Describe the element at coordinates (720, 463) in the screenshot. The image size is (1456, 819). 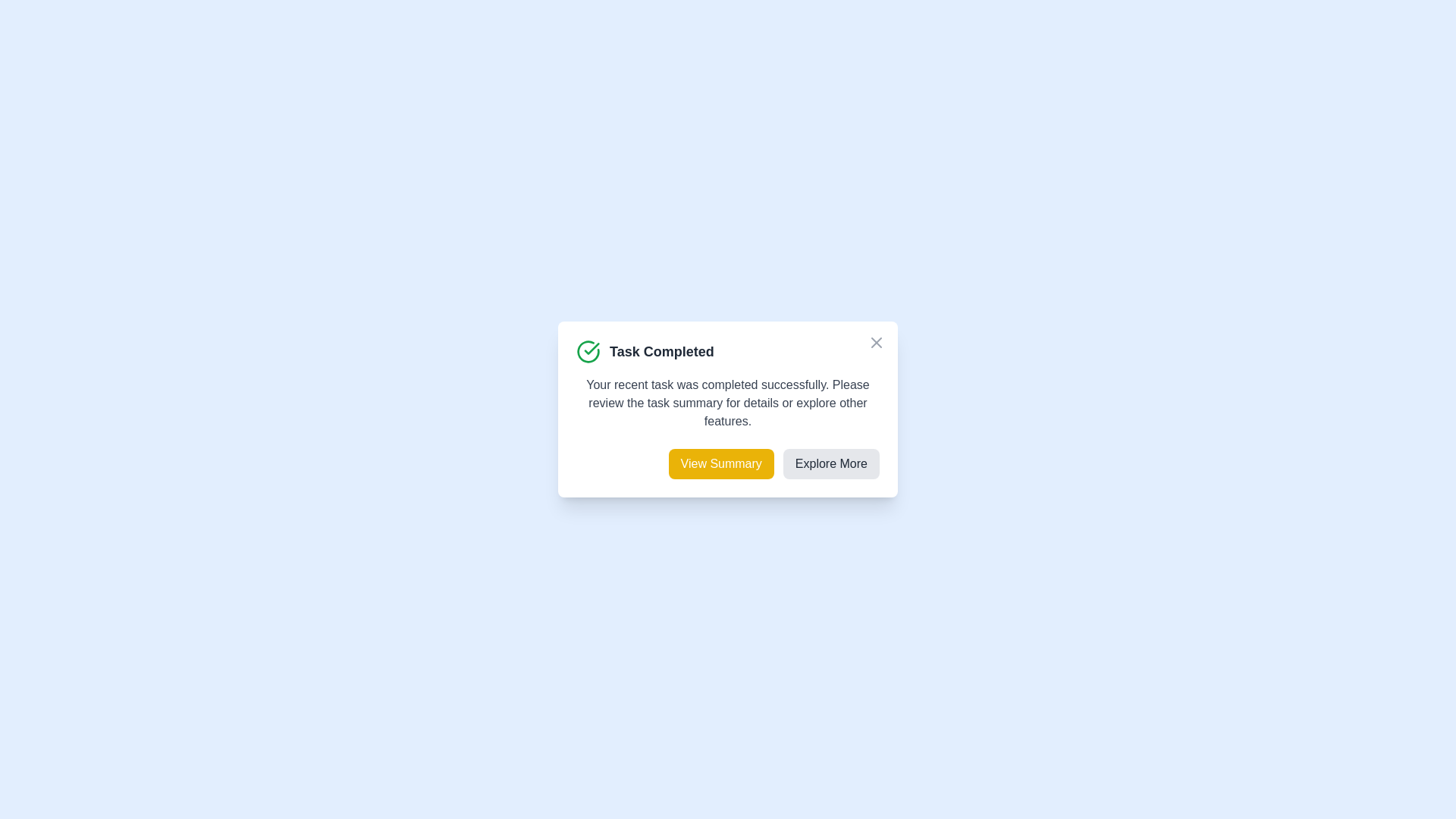
I see `'View Summary' button to review the task summary` at that location.